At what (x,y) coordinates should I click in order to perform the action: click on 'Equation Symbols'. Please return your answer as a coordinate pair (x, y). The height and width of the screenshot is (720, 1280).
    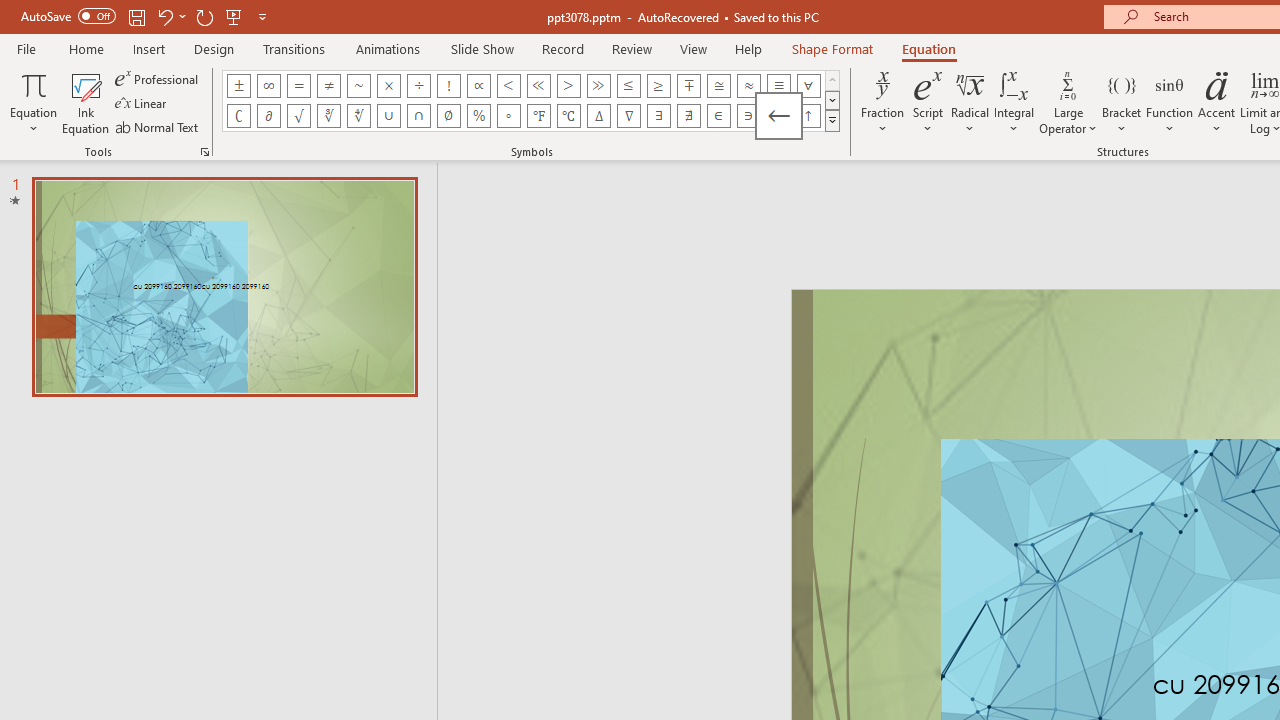
    Looking at the image, I should click on (832, 120).